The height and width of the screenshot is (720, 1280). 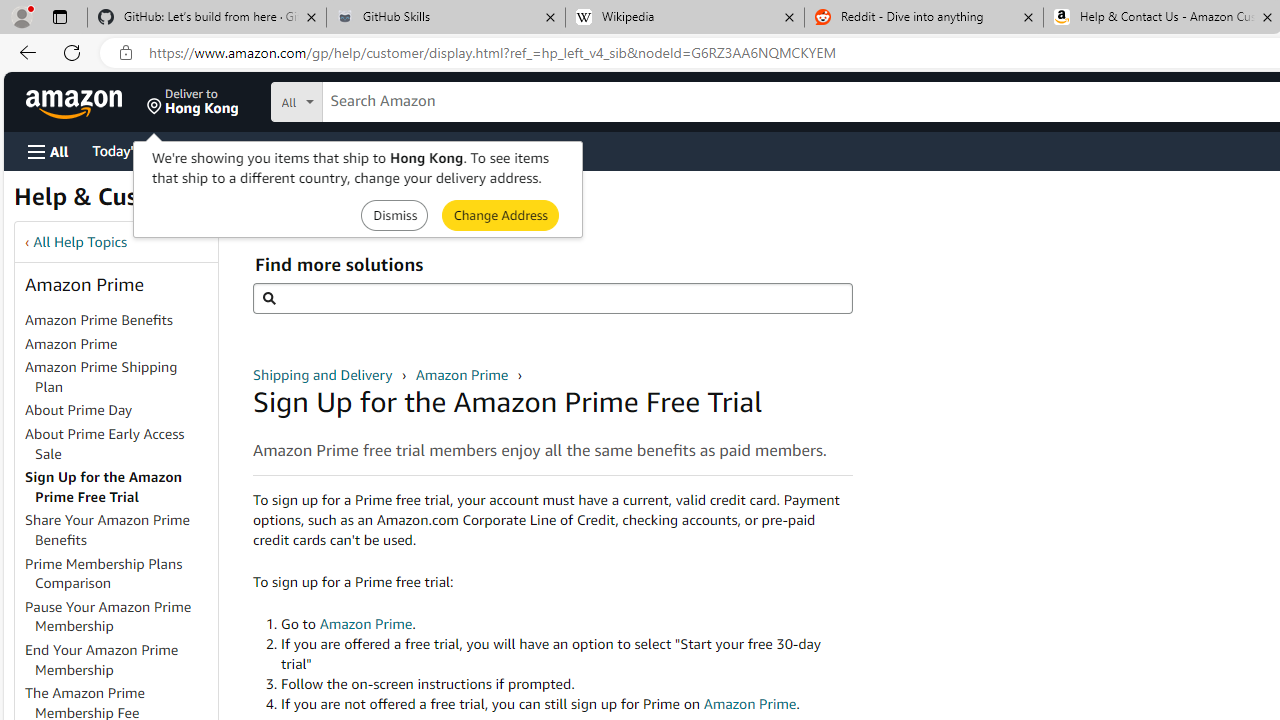 What do you see at coordinates (107, 615) in the screenshot?
I see `'Pause Your Amazon Prime Membership'` at bounding box center [107, 615].